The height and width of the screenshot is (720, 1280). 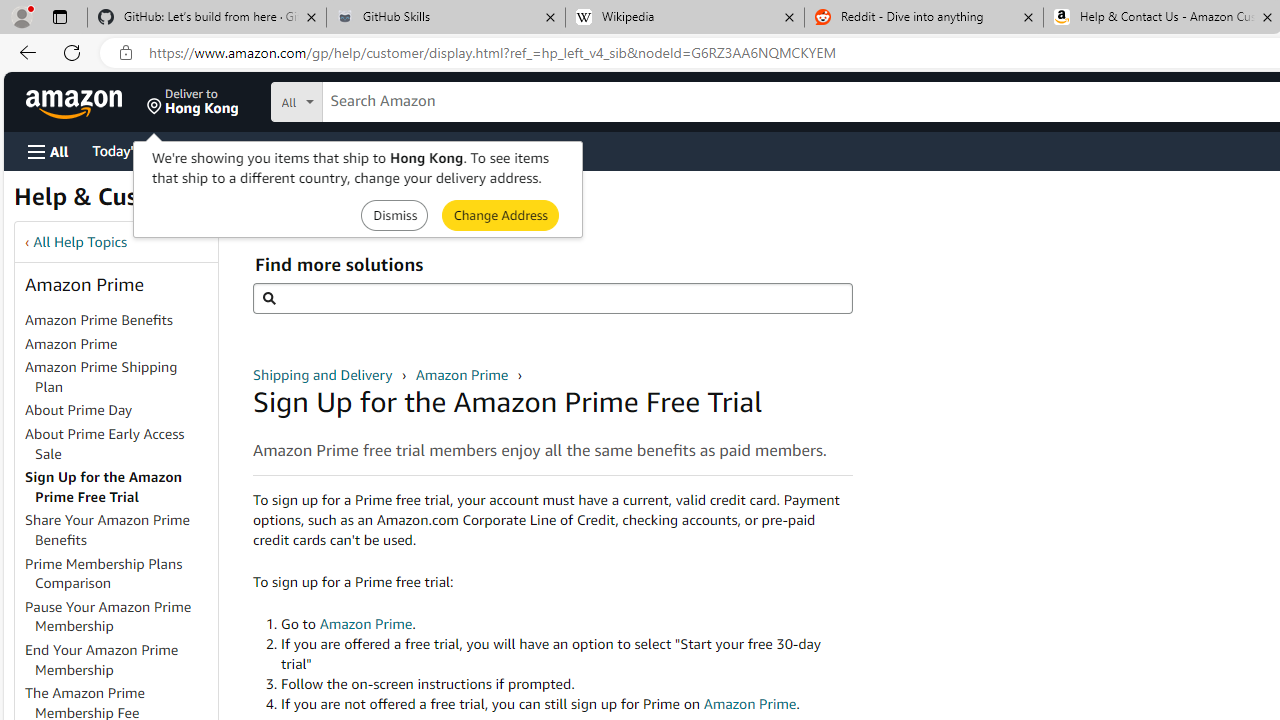 What do you see at coordinates (107, 615) in the screenshot?
I see `'Pause Your Amazon Prime Membership'` at bounding box center [107, 615].